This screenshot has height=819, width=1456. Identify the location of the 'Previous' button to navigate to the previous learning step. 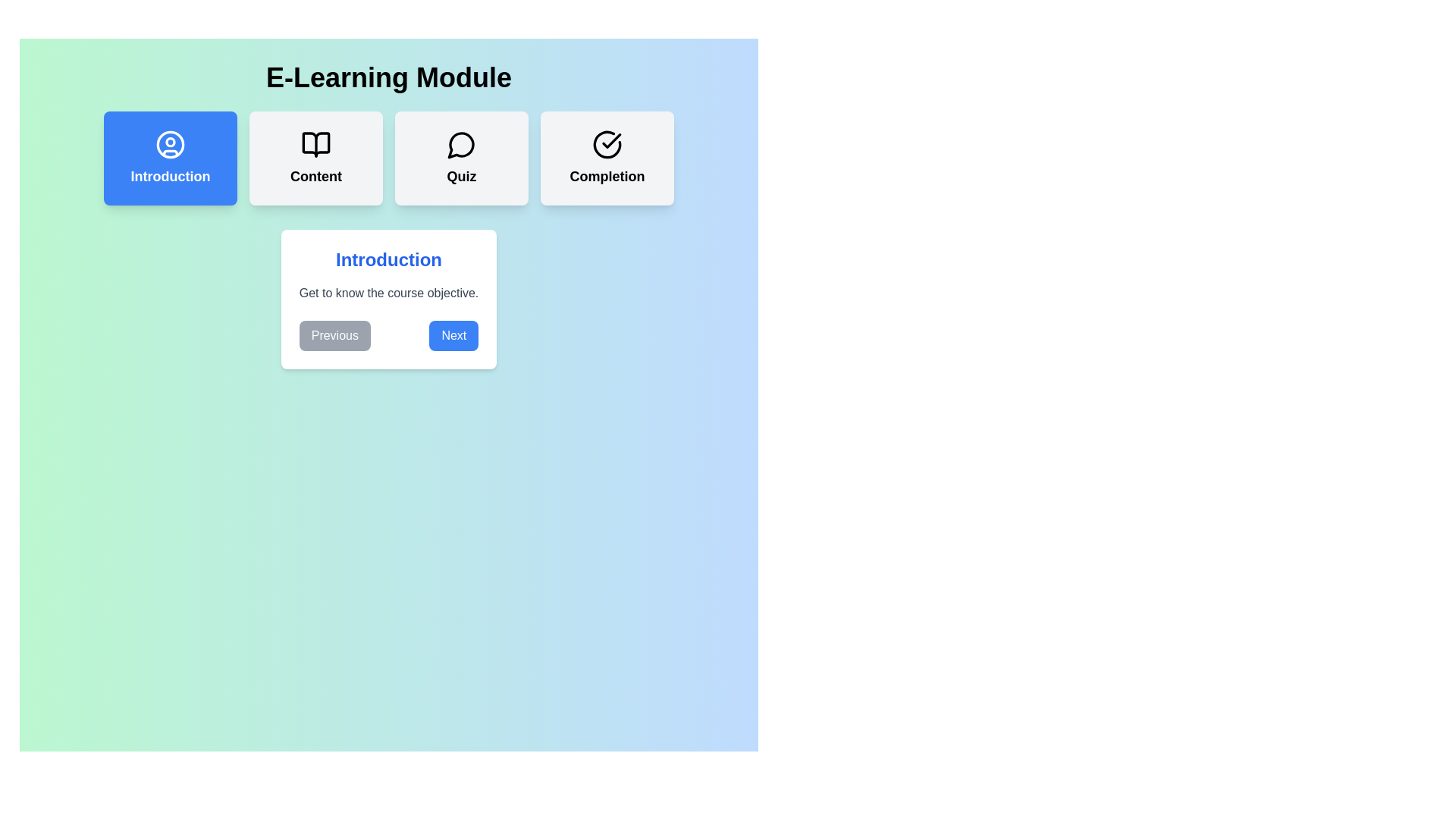
(334, 335).